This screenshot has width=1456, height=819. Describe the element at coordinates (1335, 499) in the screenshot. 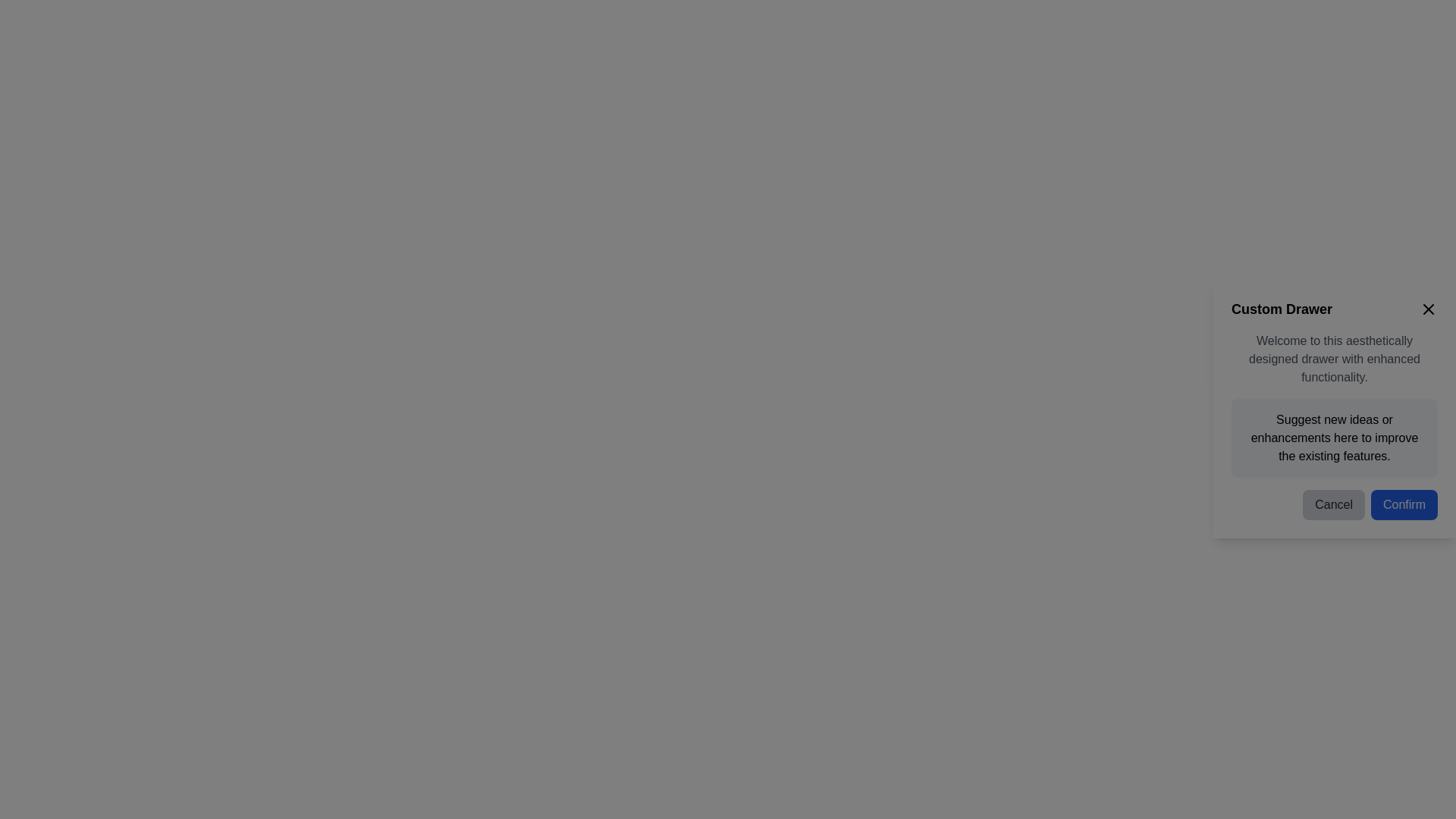

I see `the 'Cancel' button located at the bottom-right corner of the 'Custom Drawer' modal dialog to discard any unsaved changes and close the dialog` at that location.